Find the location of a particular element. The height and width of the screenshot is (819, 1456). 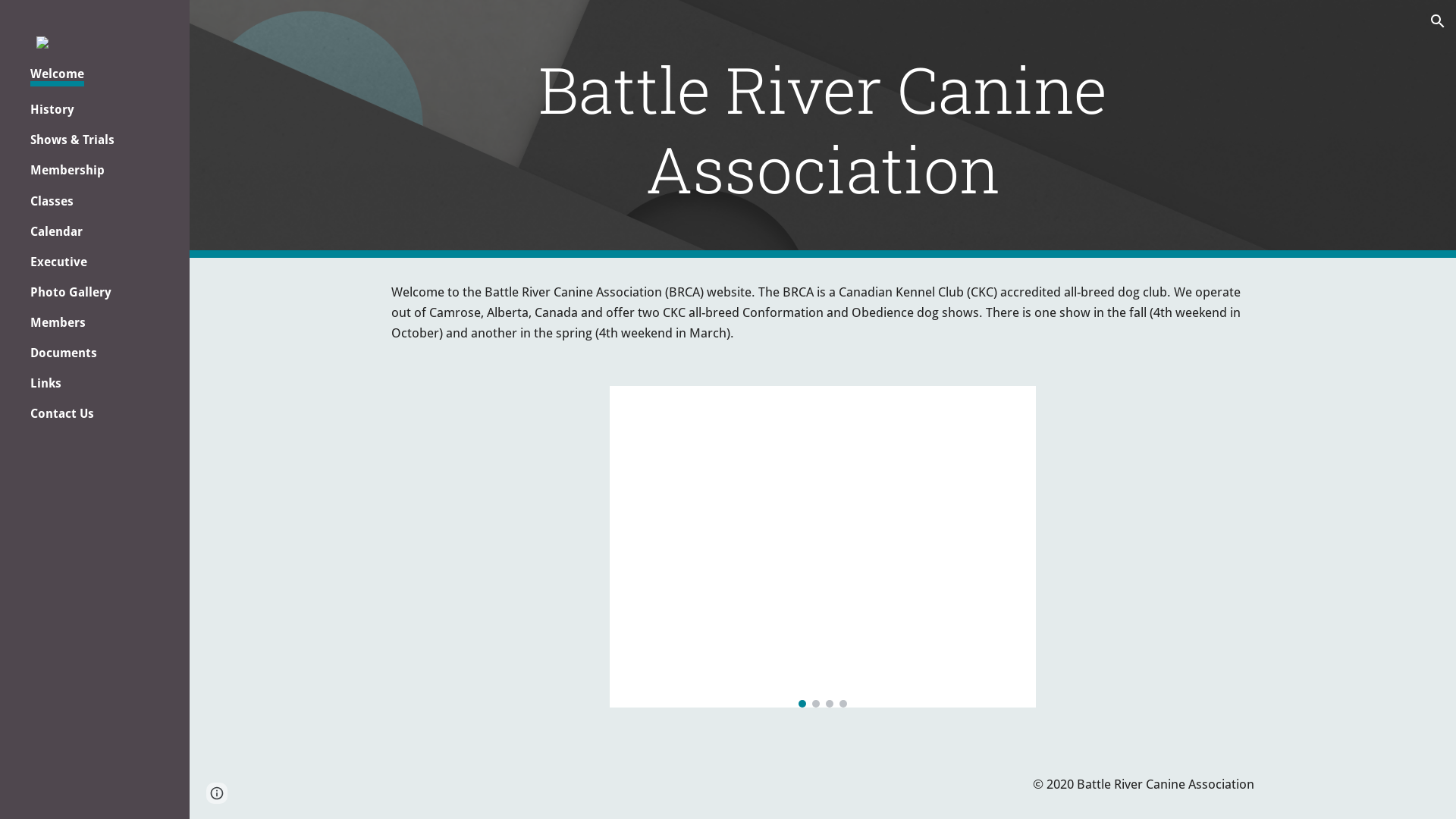

'Contact Us' is located at coordinates (61, 413).